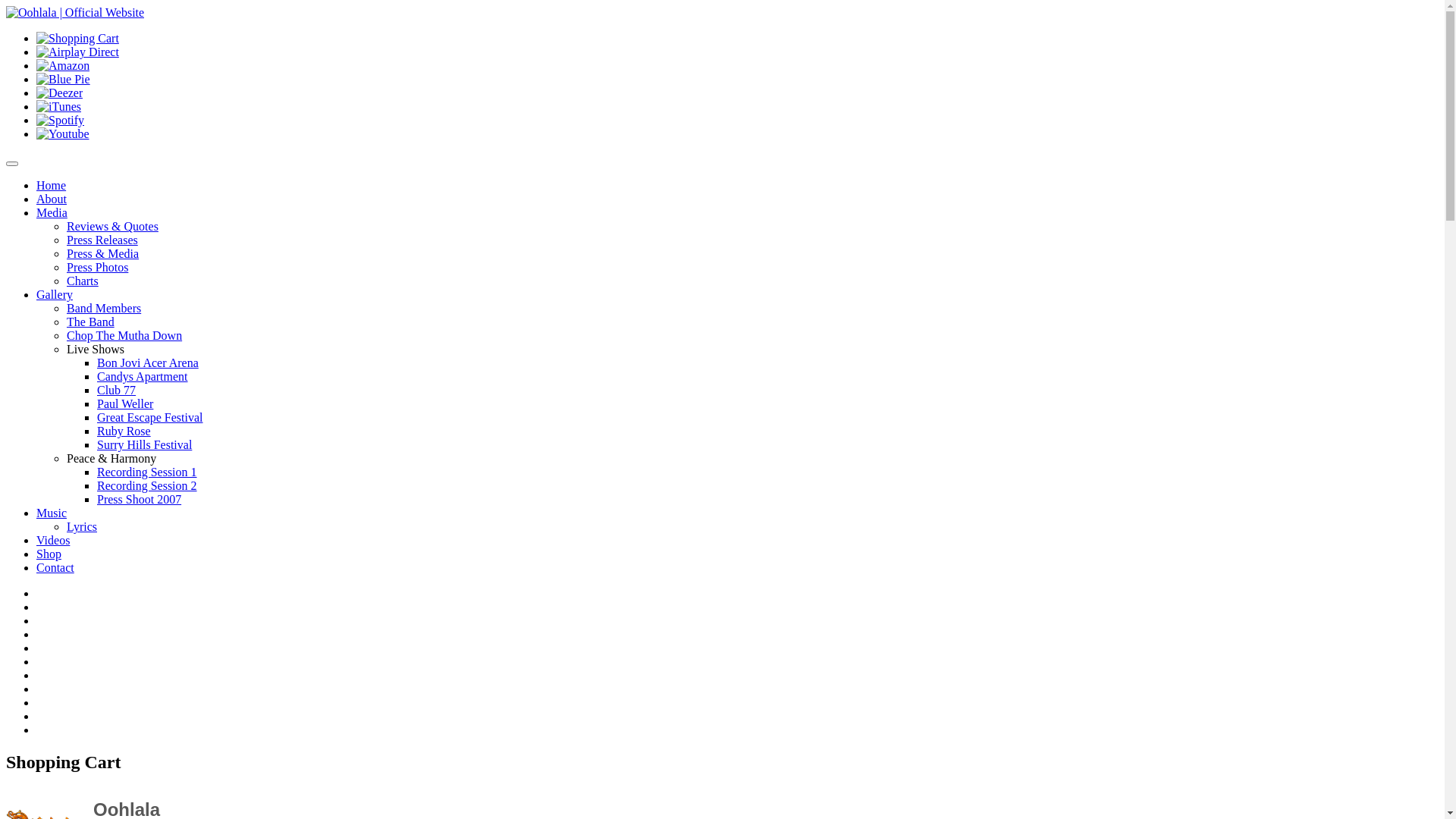 Image resolution: width=1456 pixels, height=819 pixels. What do you see at coordinates (144, 444) in the screenshot?
I see `'Surry Hills Festival'` at bounding box center [144, 444].